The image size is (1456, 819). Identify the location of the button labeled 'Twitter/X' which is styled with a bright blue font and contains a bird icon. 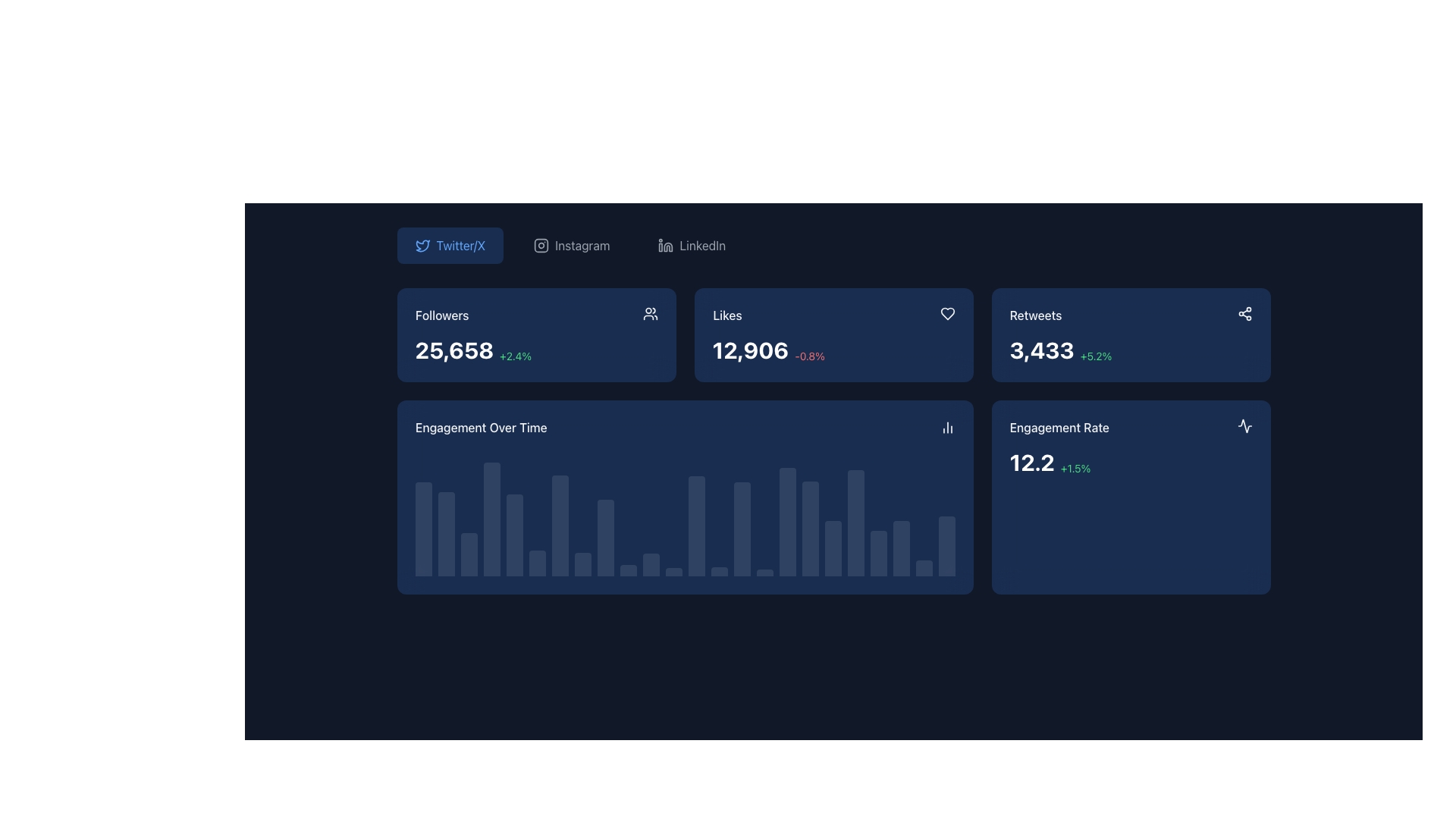
(460, 245).